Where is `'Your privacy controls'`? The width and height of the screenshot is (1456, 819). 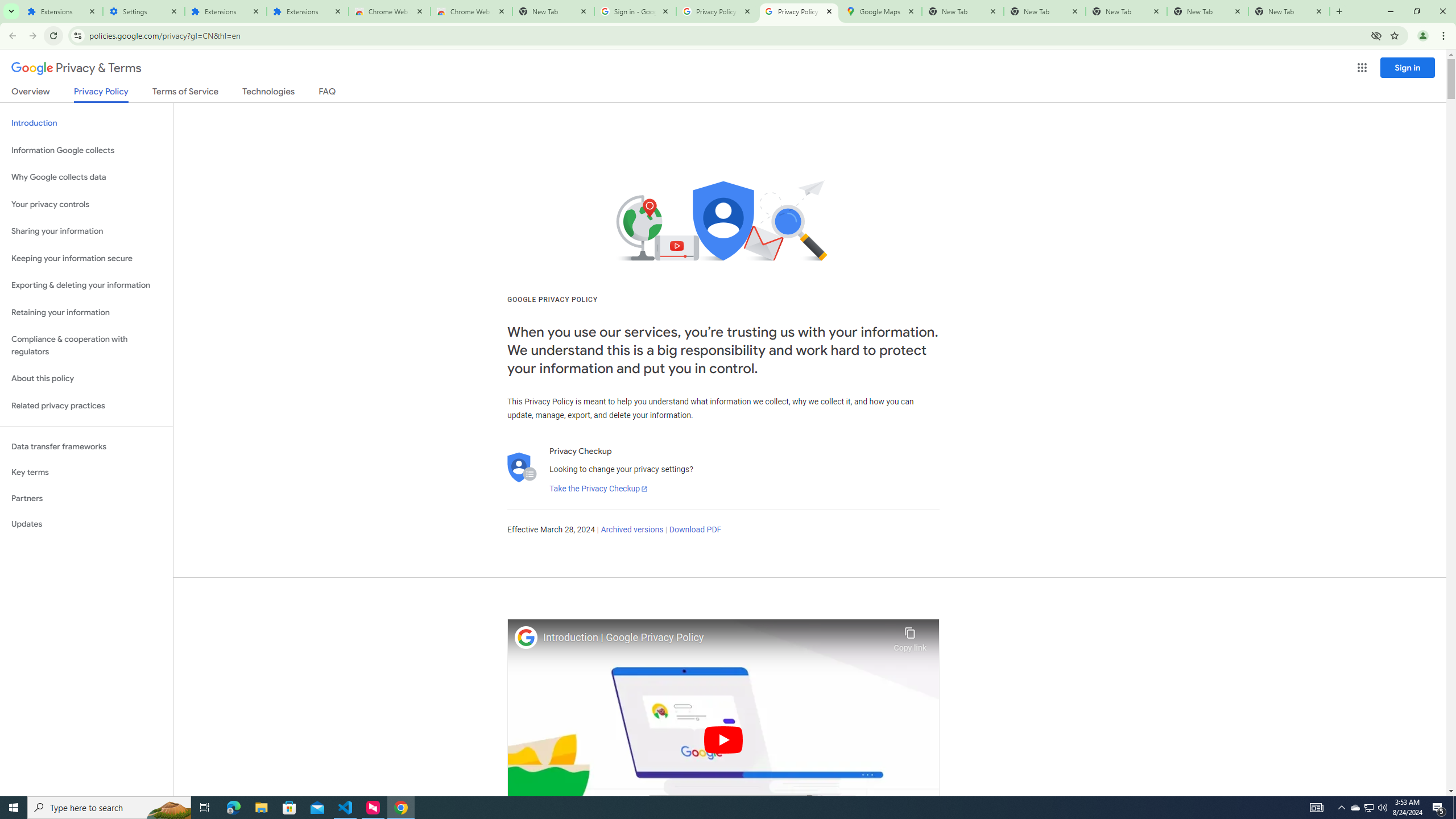 'Your privacy controls' is located at coordinates (86, 205).